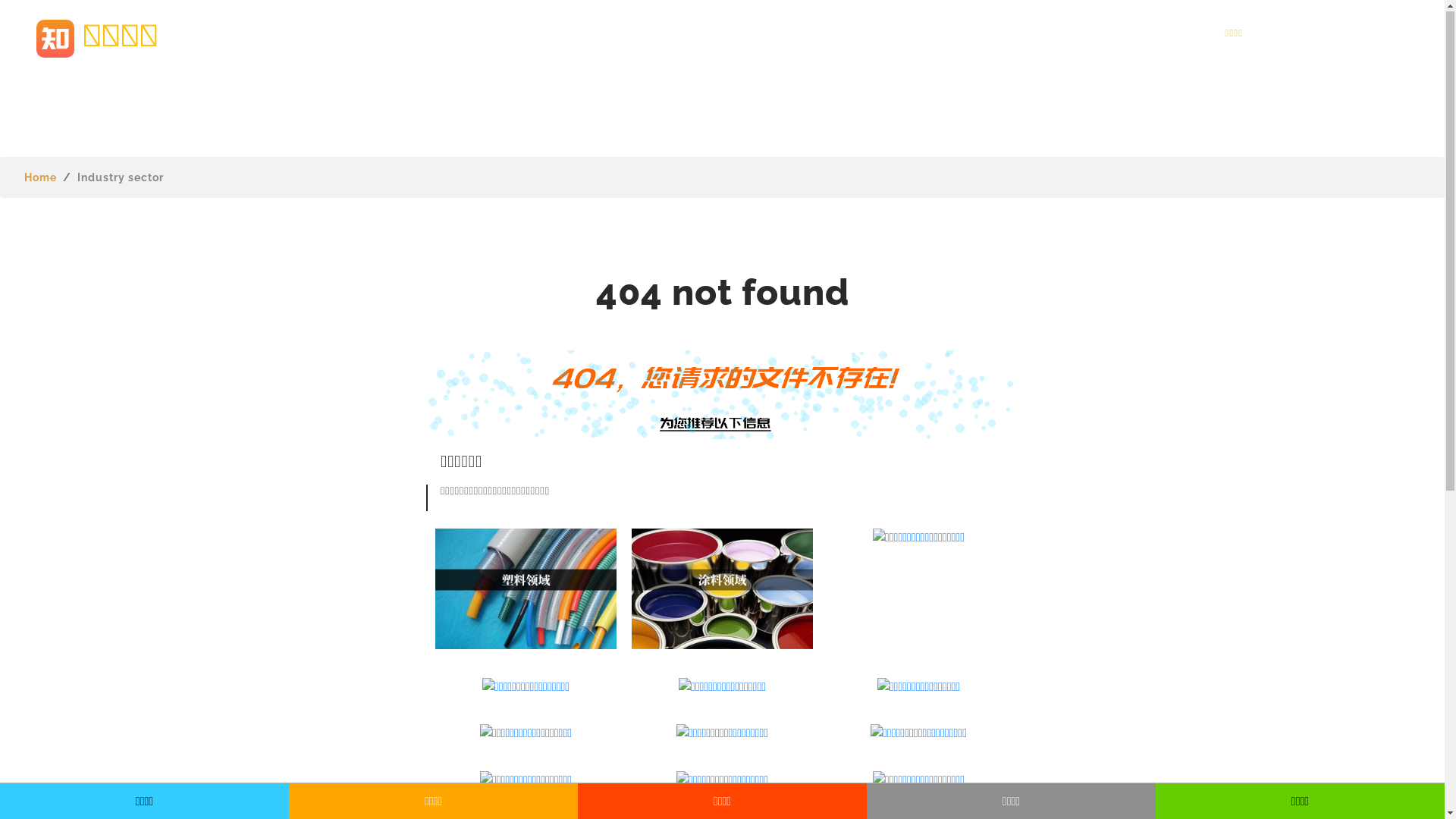 Image resolution: width=1456 pixels, height=819 pixels. What do you see at coordinates (40, 177) in the screenshot?
I see `'Home'` at bounding box center [40, 177].